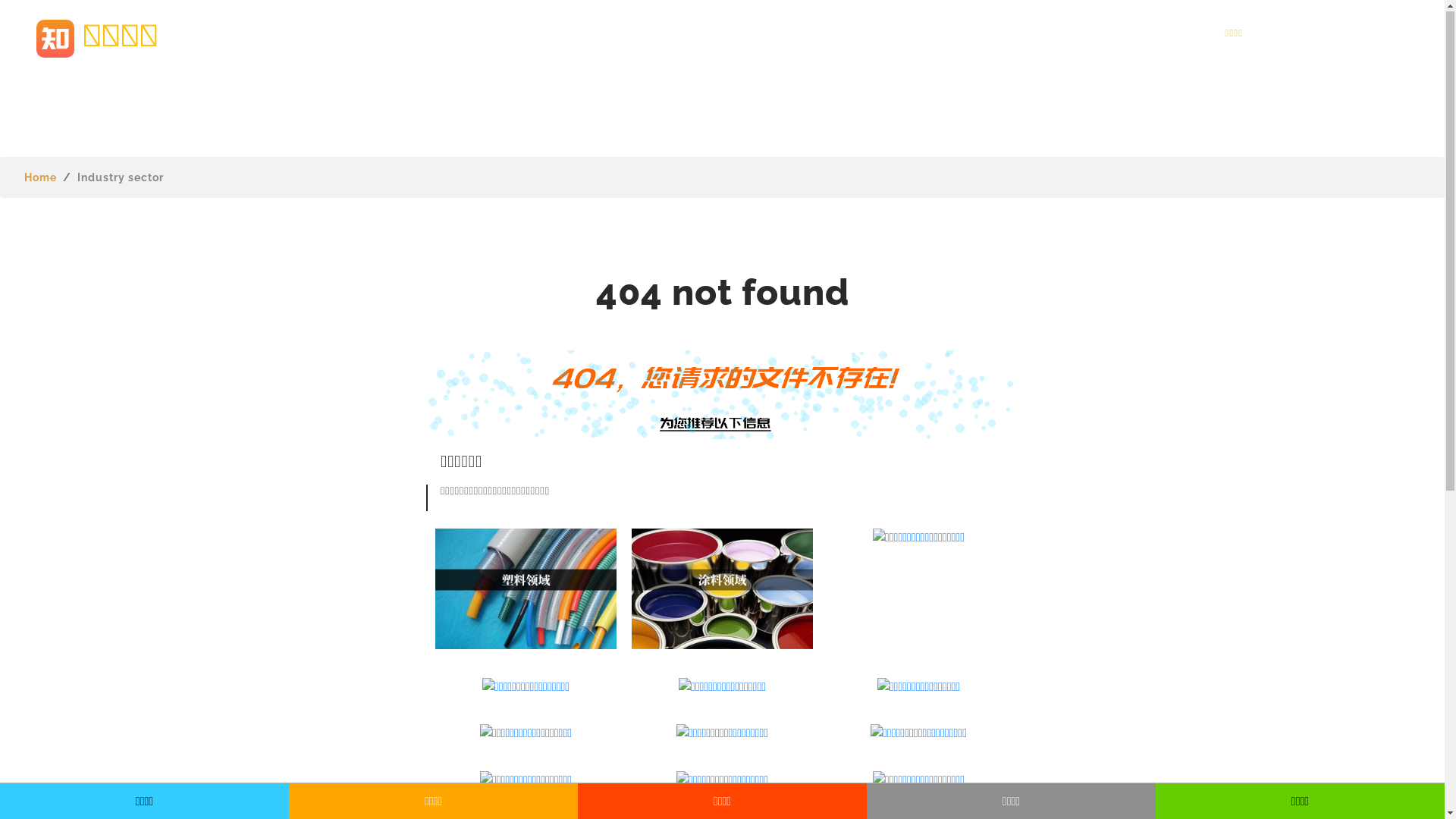 Image resolution: width=1456 pixels, height=819 pixels. What do you see at coordinates (40, 177) in the screenshot?
I see `'Home'` at bounding box center [40, 177].